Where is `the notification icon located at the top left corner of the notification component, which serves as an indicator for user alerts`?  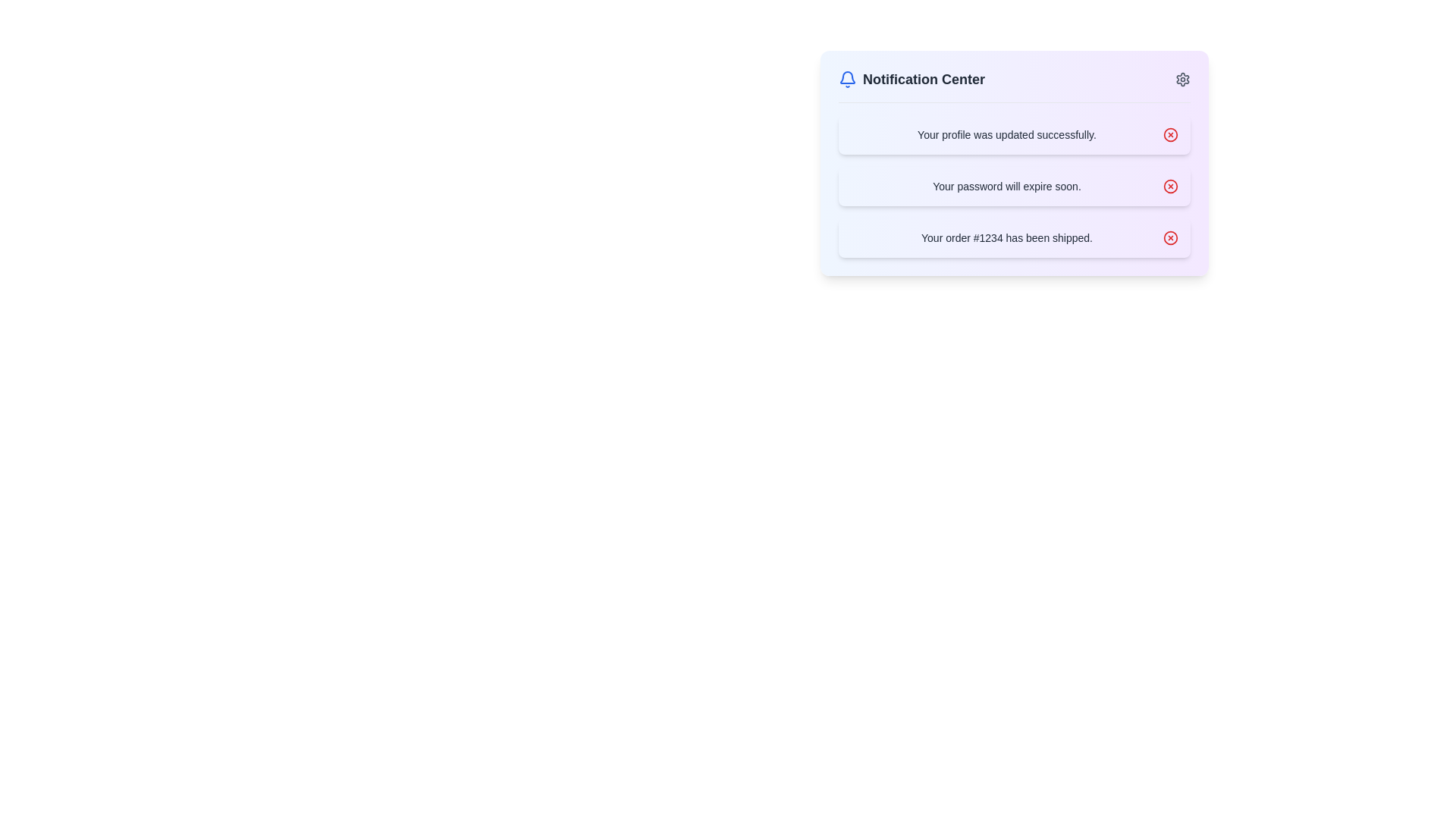 the notification icon located at the top left corner of the notification component, which serves as an indicator for user alerts is located at coordinates (847, 77).